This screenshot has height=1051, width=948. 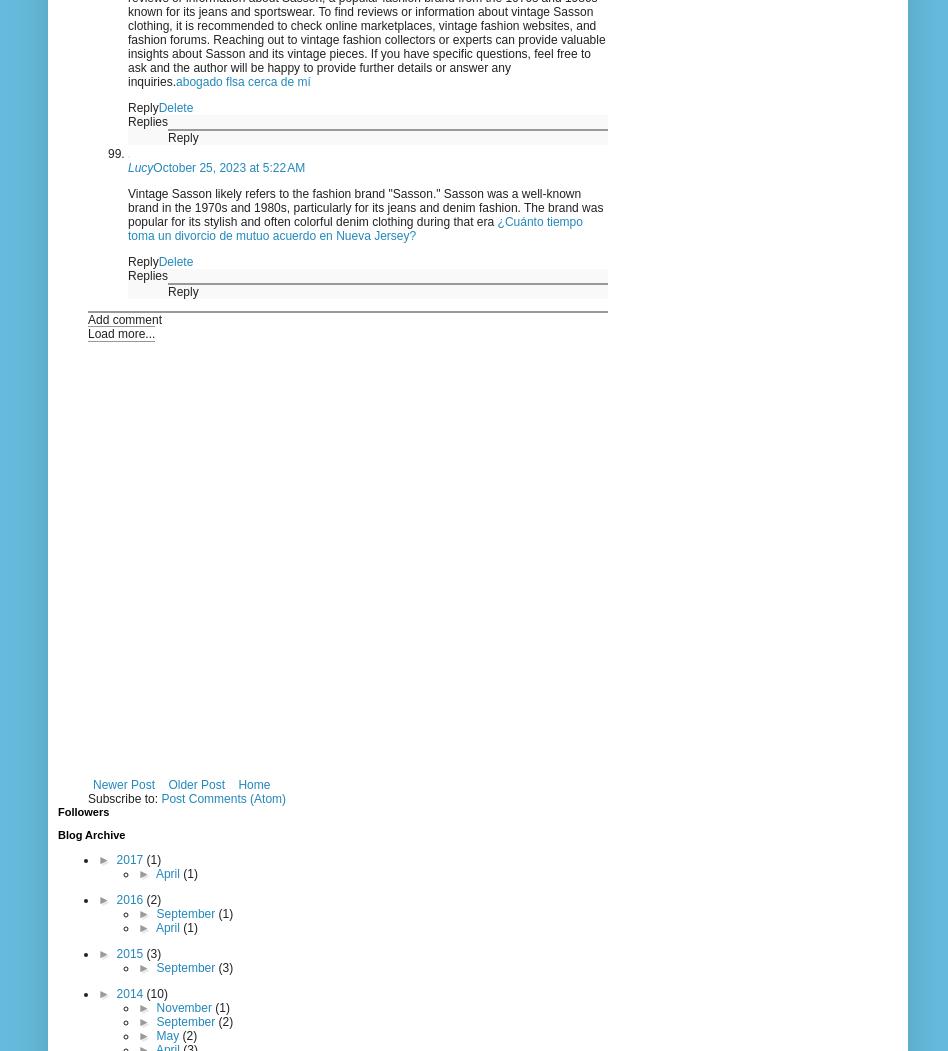 I want to click on '2015', so click(x=130, y=952).